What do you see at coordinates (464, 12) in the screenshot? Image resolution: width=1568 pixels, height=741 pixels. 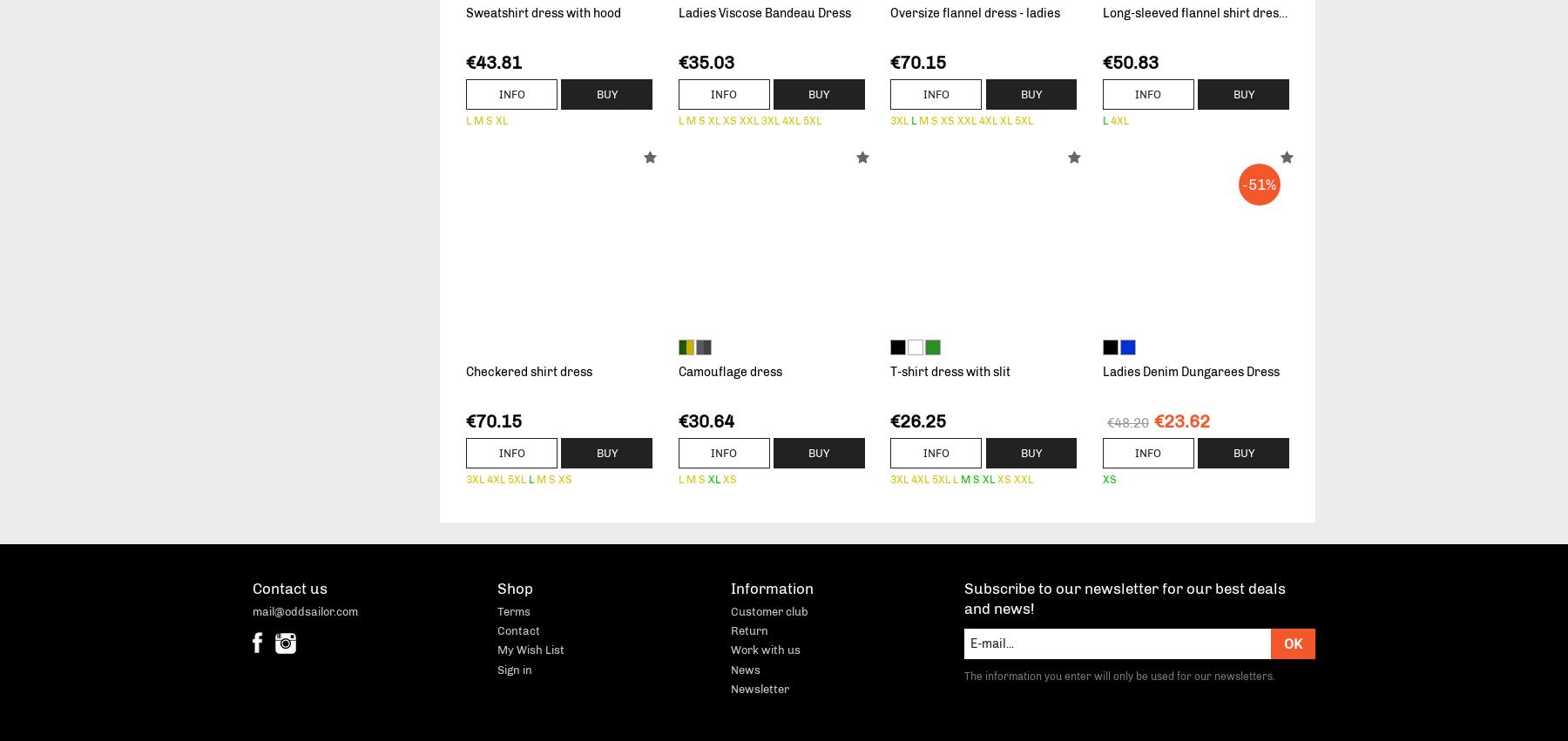 I see `'Sweatshirt dress with hood'` at bounding box center [464, 12].